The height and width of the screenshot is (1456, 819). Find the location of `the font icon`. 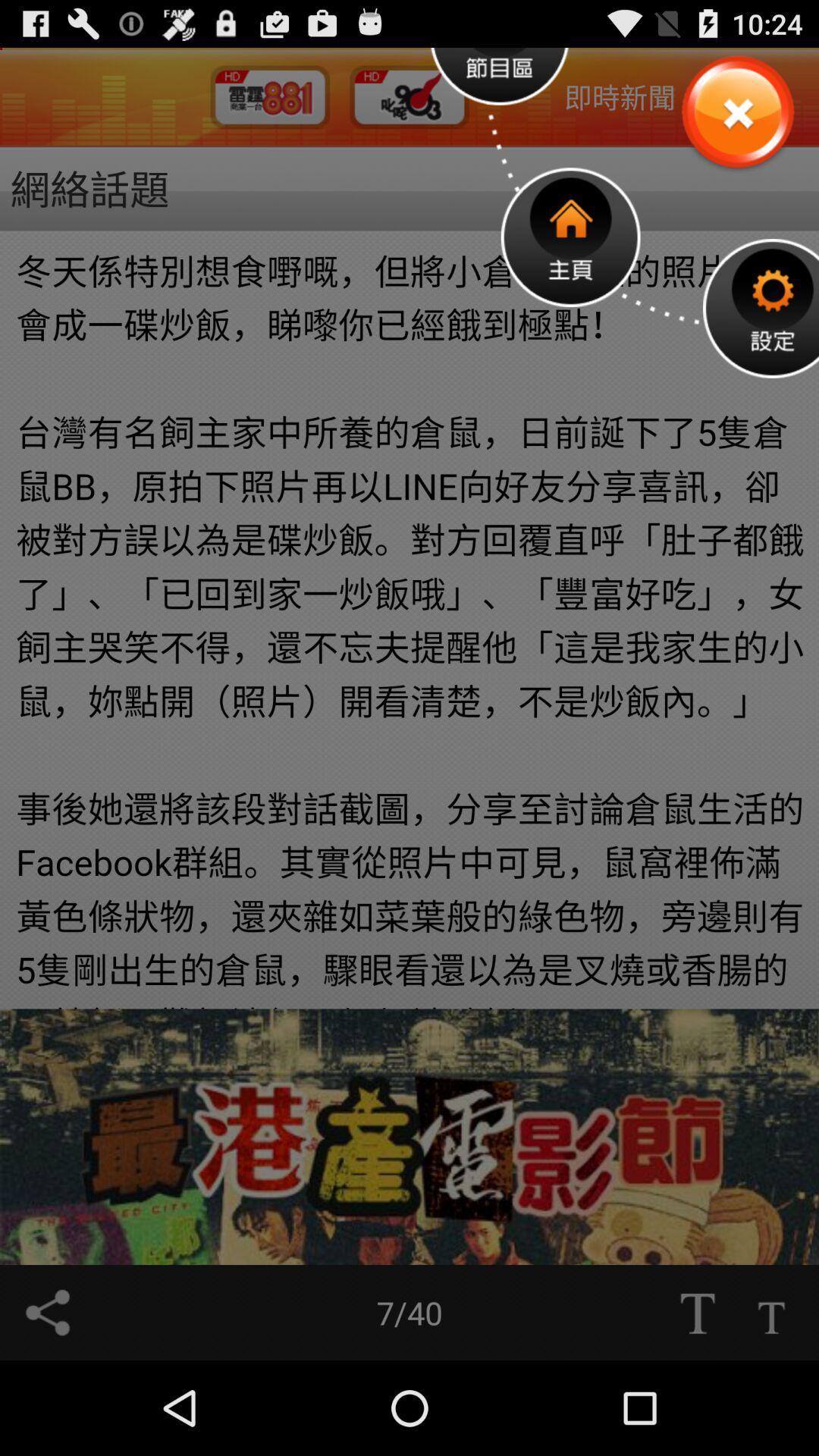

the font icon is located at coordinates (771, 1404).